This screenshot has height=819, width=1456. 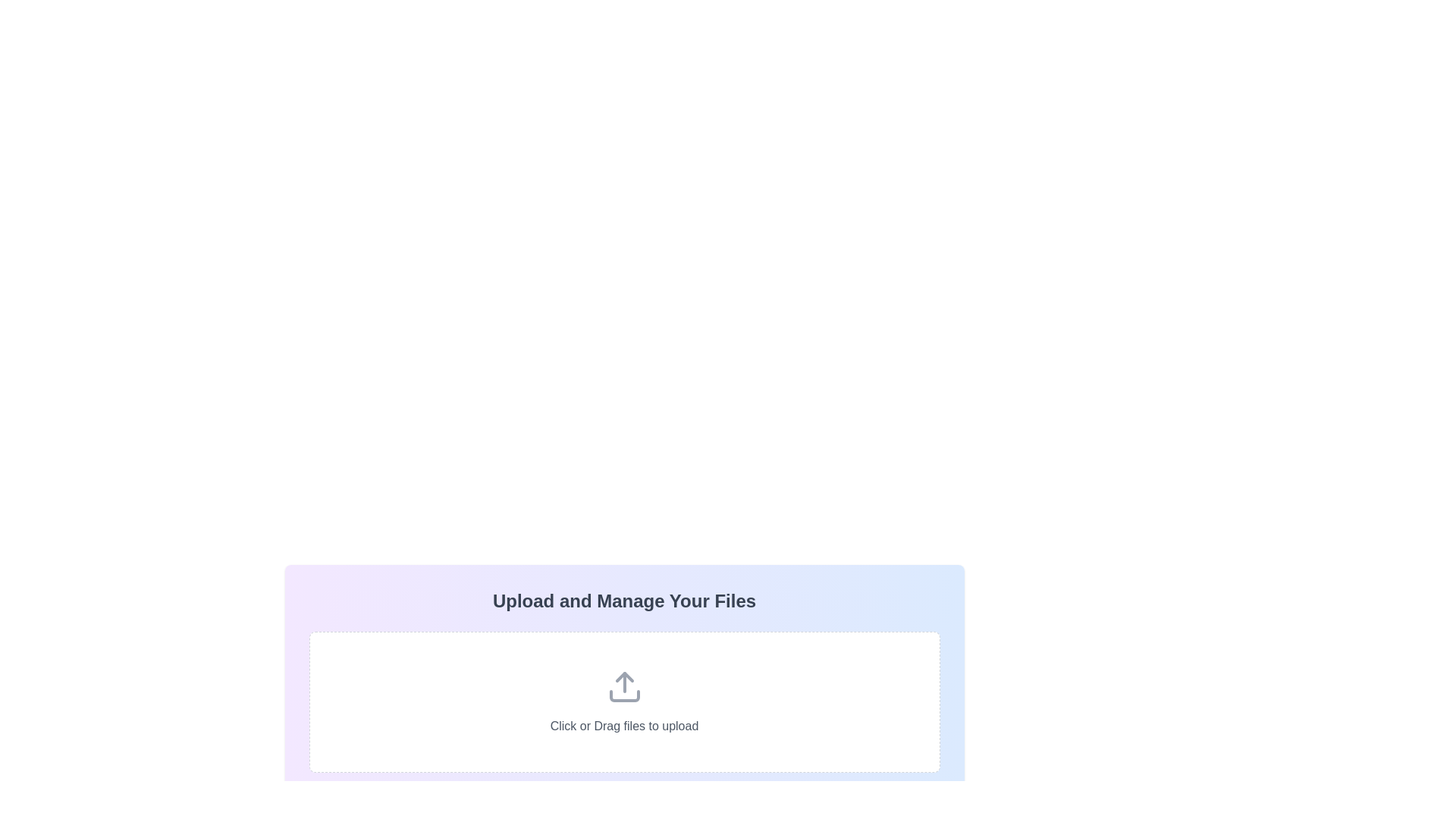 I want to click on the upward-facing arrow SVG icon with a dashed border, located centrally in the upload section of the interface, so click(x=624, y=687).